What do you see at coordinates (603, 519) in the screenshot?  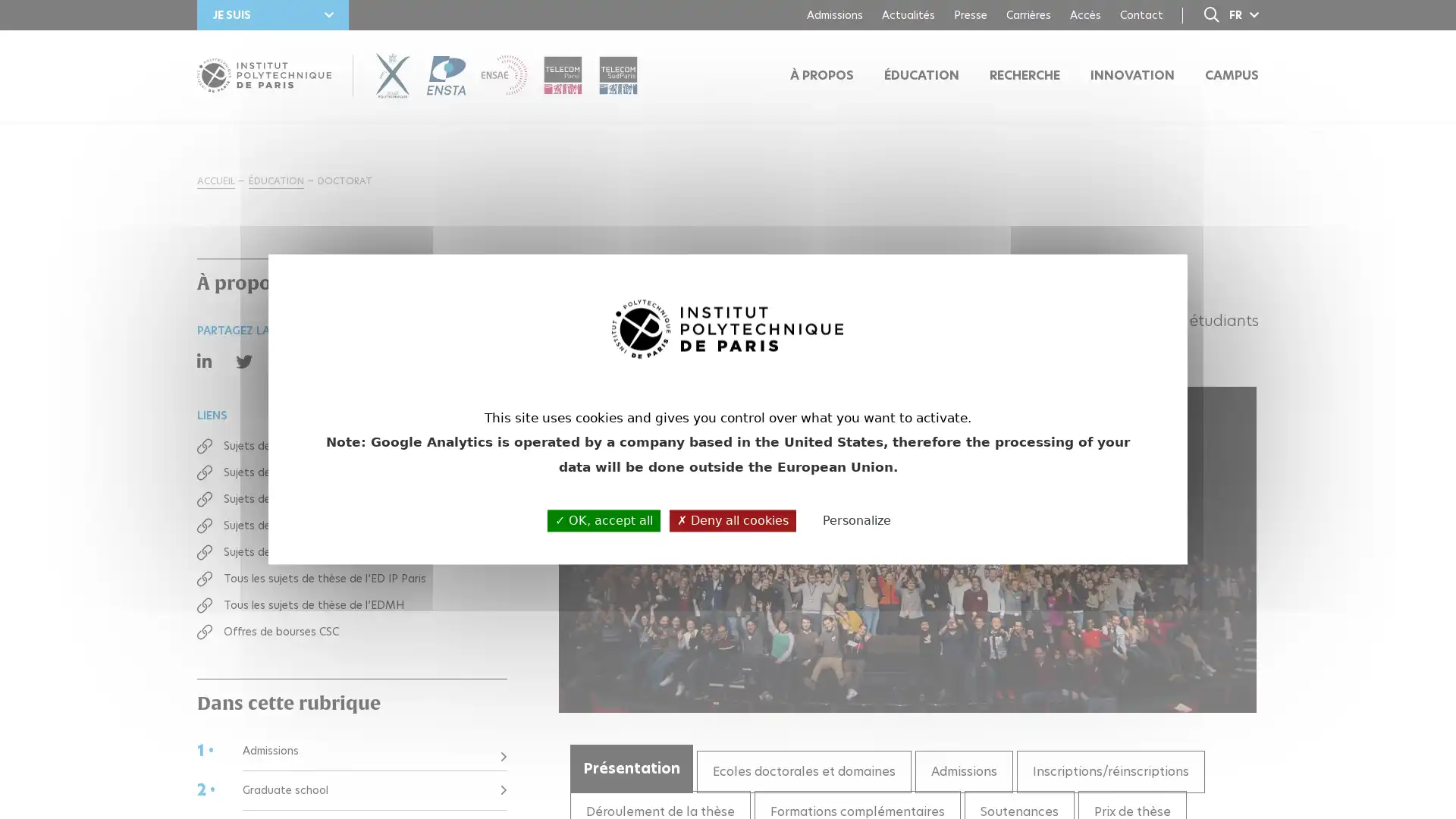 I see `OK, accept all` at bounding box center [603, 519].